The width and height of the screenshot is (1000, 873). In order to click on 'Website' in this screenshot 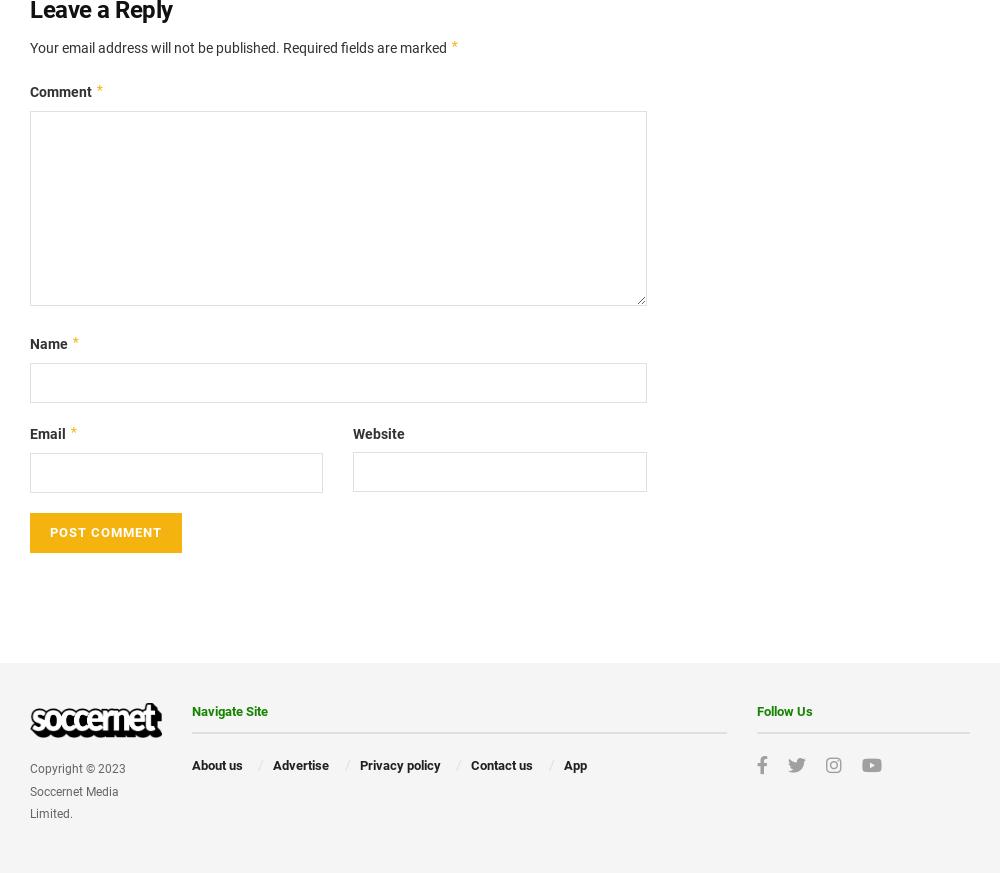, I will do `click(379, 432)`.